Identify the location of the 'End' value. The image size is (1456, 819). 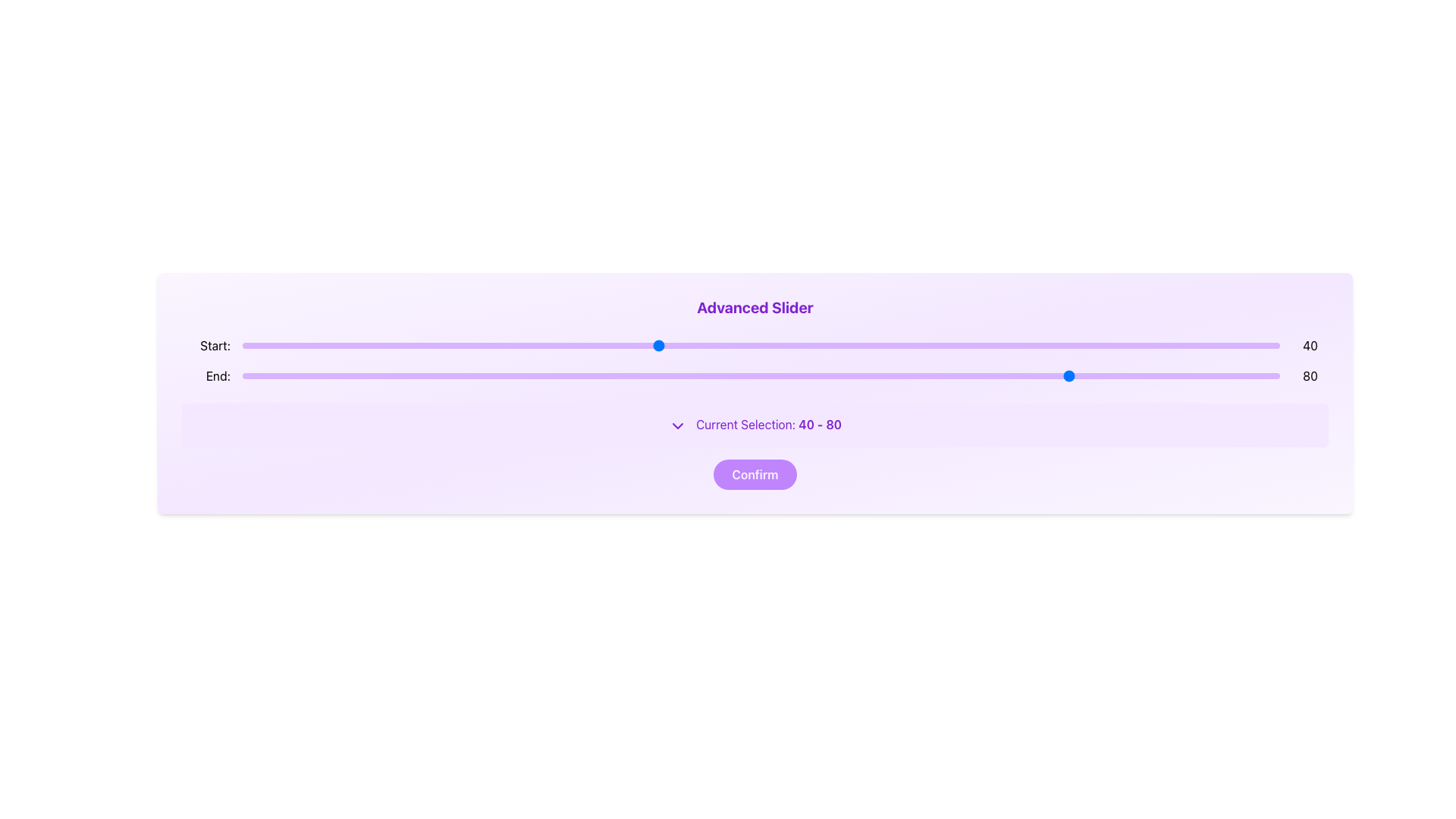
(864, 375).